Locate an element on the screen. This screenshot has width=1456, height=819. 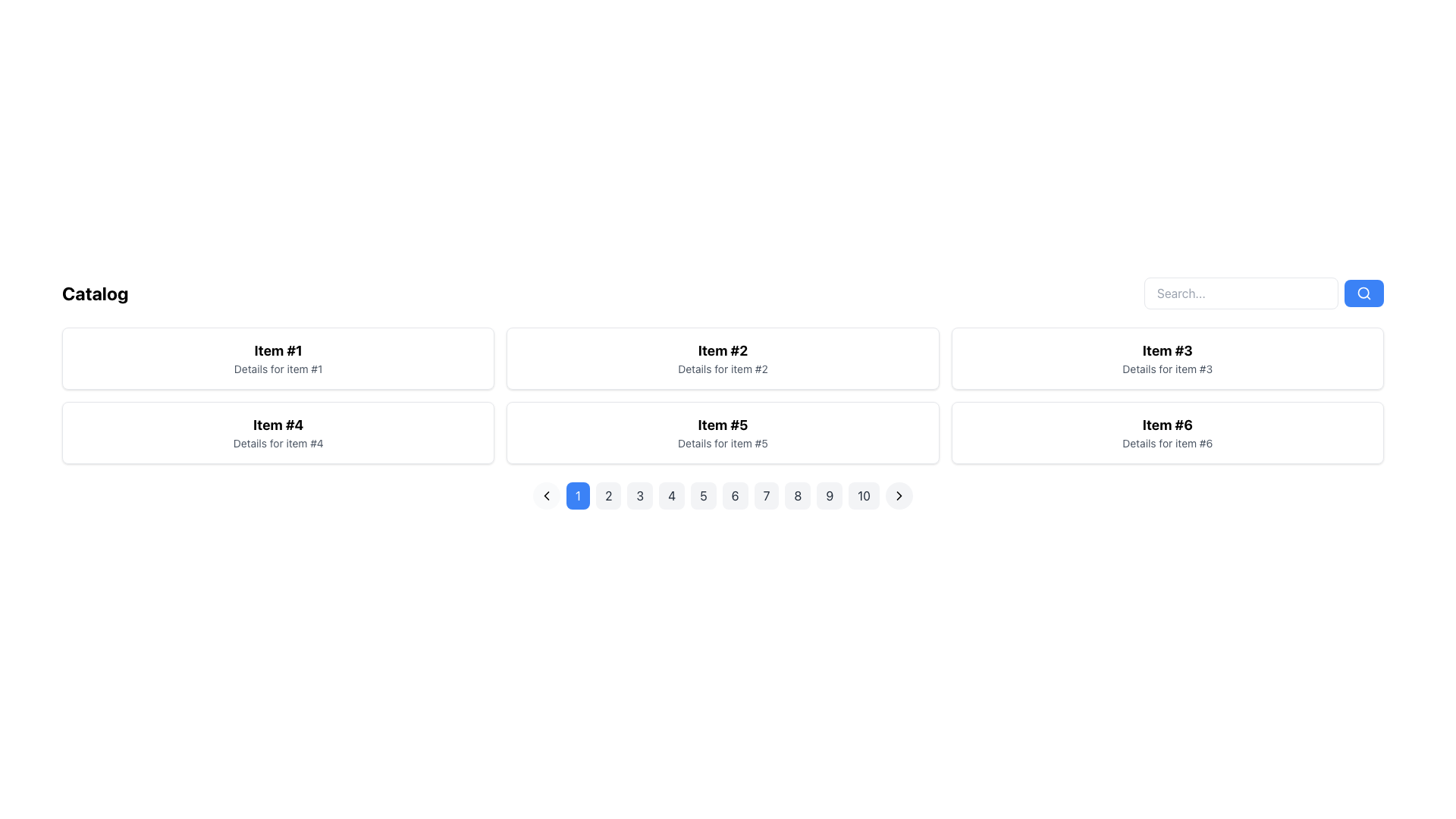
the right-facing chevron icon button located at the far right of the pagination bar to trigger the highlighting effect is located at coordinates (899, 496).